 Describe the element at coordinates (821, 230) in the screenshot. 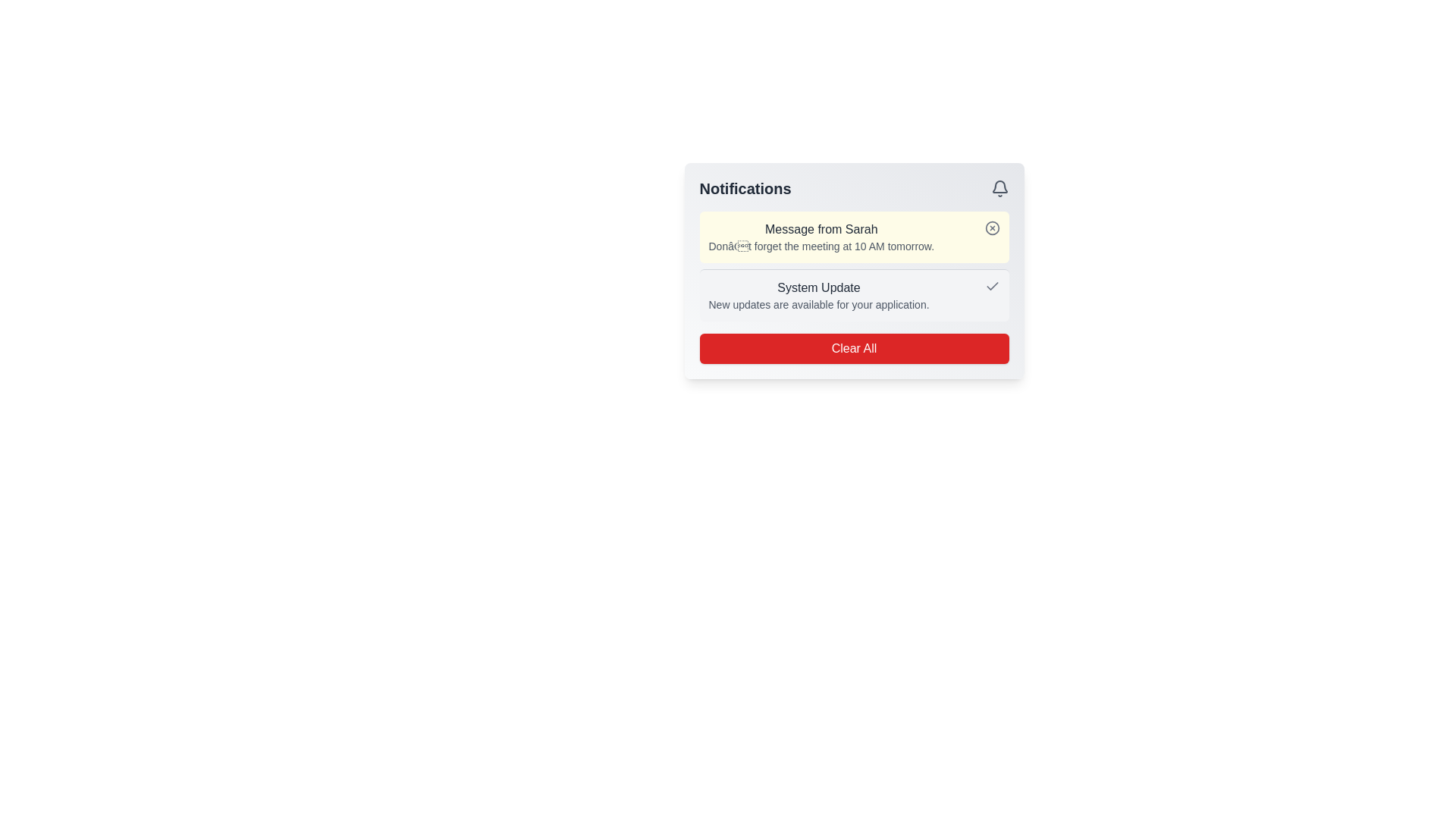

I see `the Text Label that serves as the title for the notification, which displays 'Message from Sarah' and is positioned at the top of the notification card` at that location.